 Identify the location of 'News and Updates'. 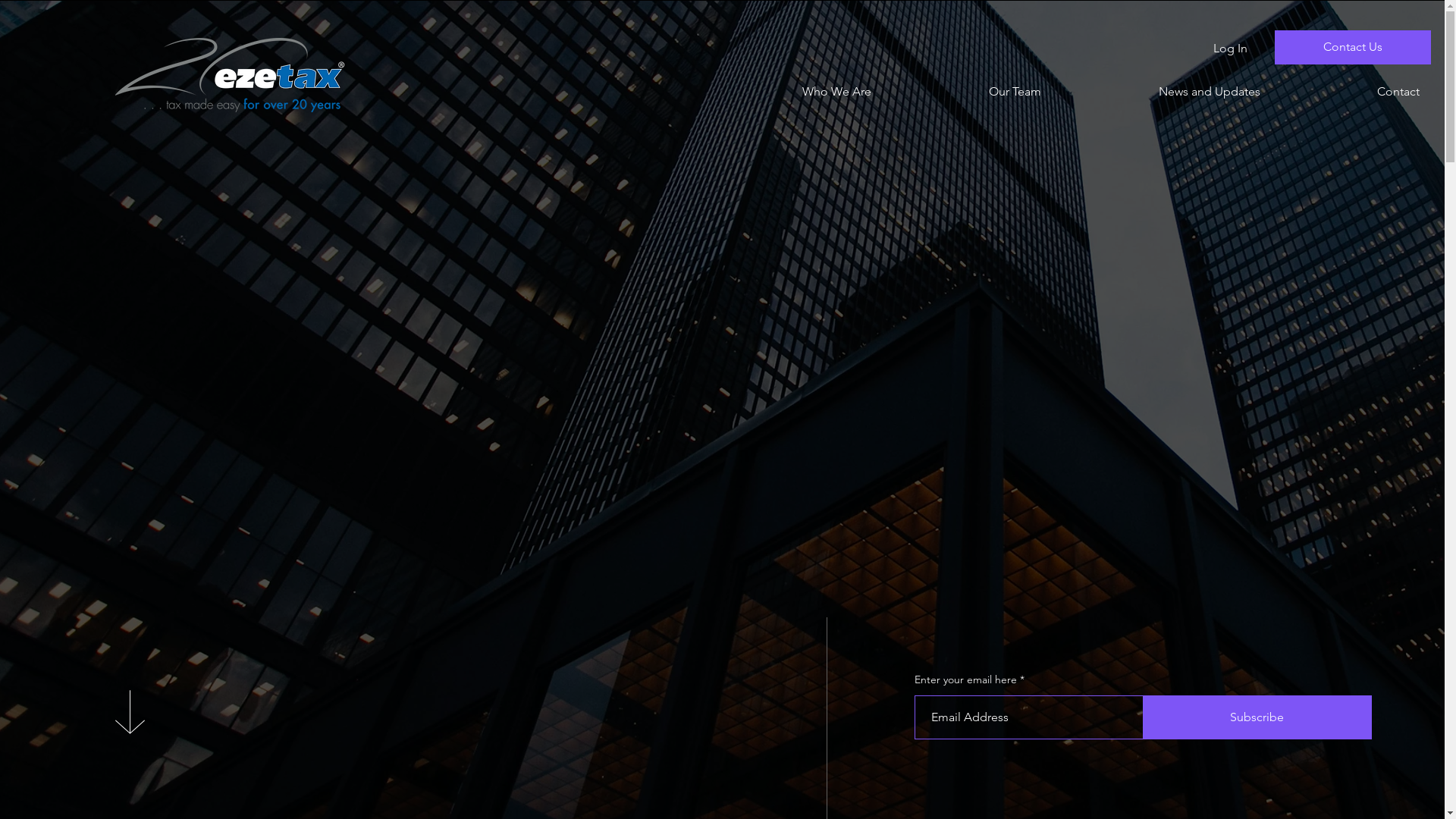
(1161, 91).